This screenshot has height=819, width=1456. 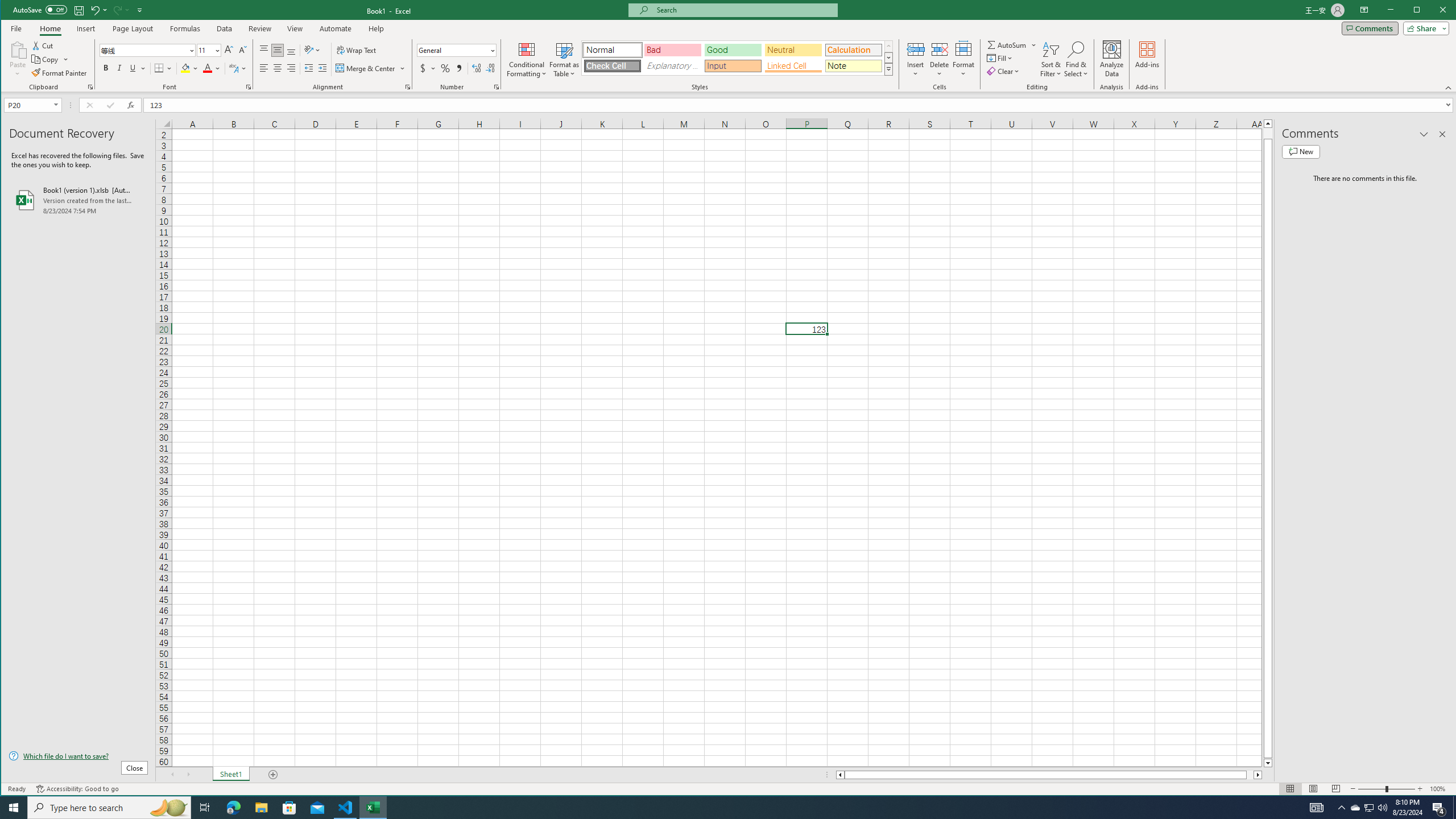 I want to click on 'Wrap Text', so click(x=357, y=49).